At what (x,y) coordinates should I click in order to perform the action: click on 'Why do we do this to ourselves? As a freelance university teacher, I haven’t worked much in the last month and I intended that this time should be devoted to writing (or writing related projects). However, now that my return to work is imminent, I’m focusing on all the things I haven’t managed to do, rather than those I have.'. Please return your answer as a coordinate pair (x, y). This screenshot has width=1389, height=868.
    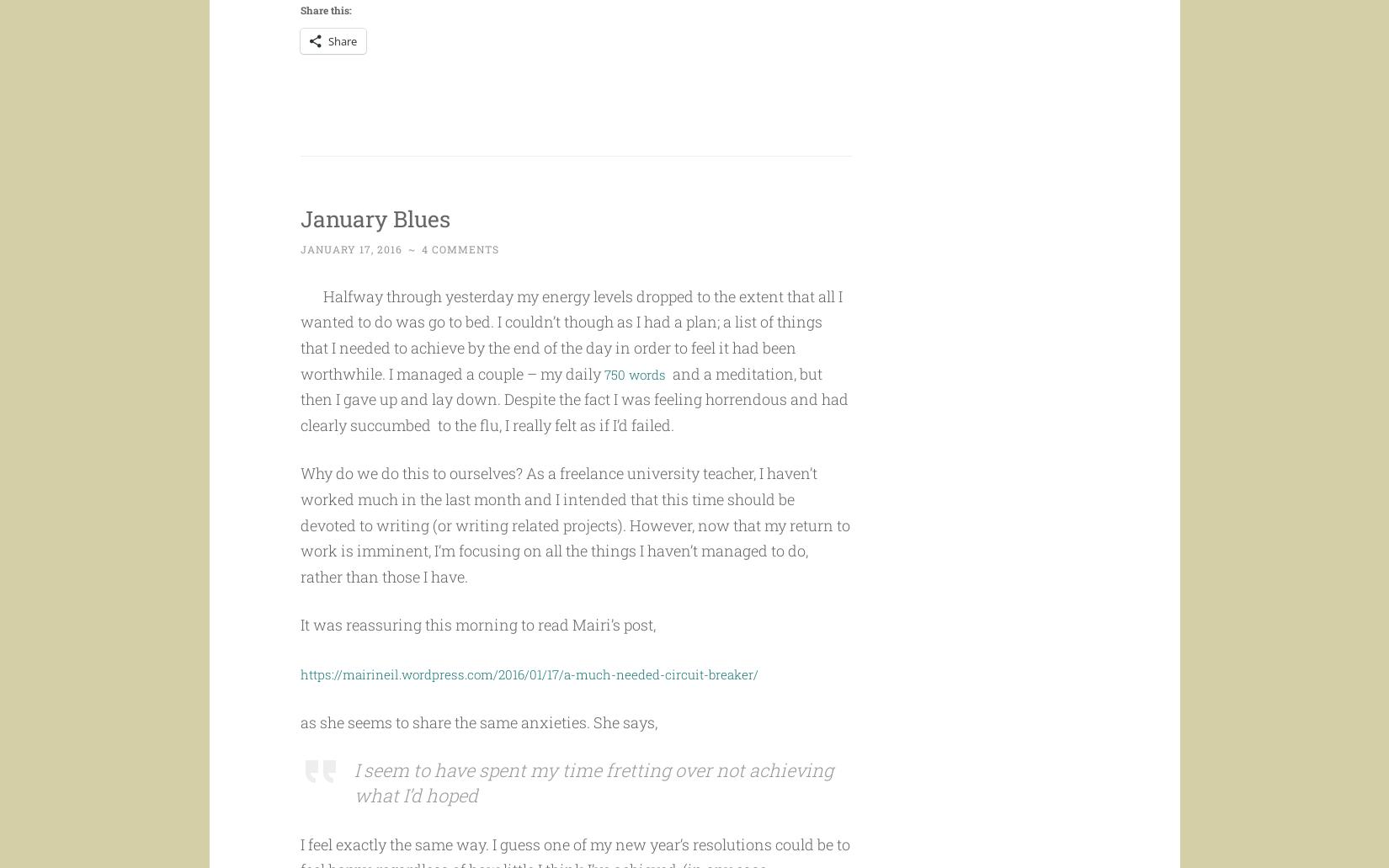
    Looking at the image, I should click on (573, 557).